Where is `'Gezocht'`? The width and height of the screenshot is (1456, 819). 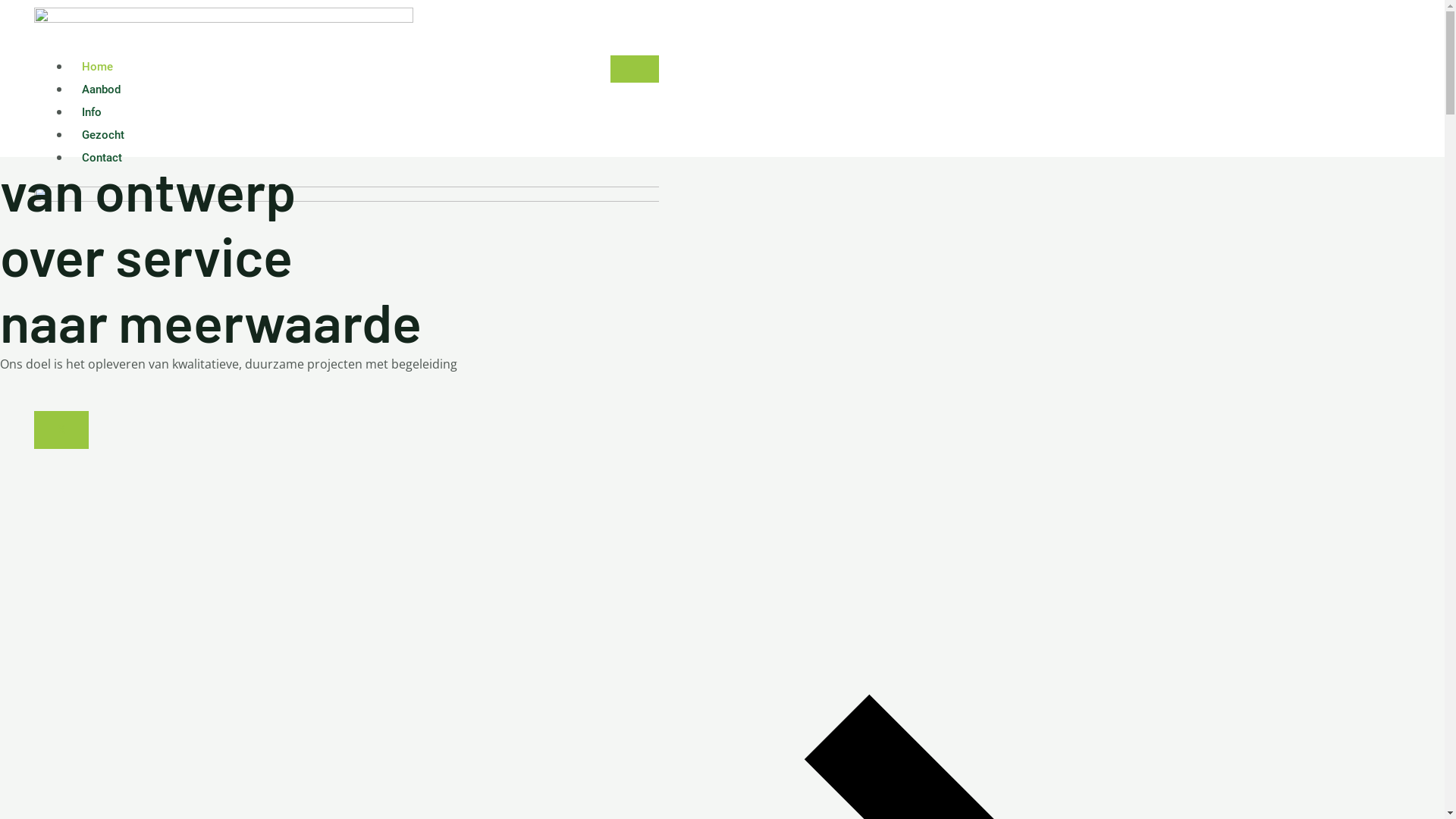 'Gezocht' is located at coordinates (102, 133).